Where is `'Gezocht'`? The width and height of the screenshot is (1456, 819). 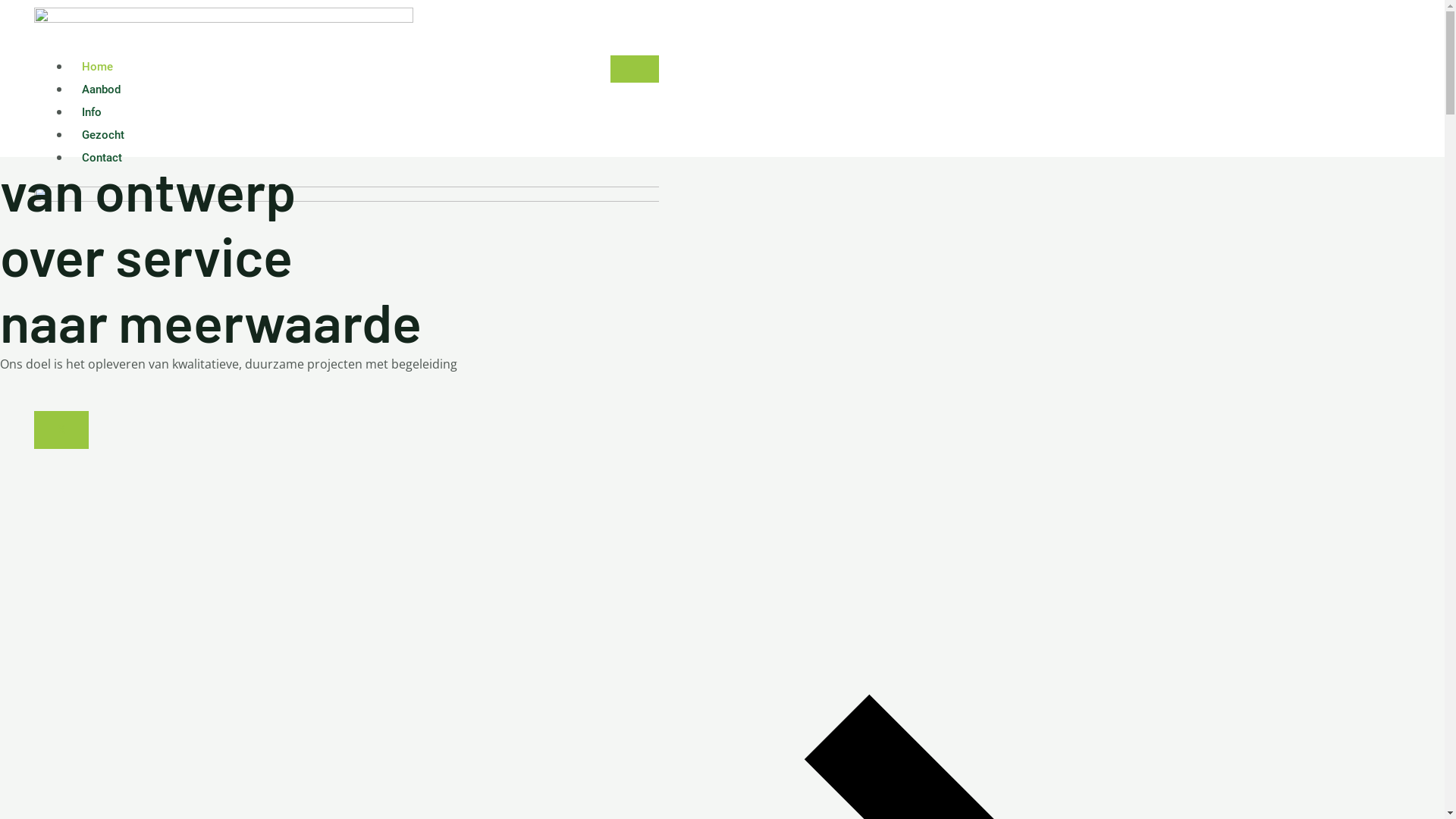 'Gezocht' is located at coordinates (102, 133).